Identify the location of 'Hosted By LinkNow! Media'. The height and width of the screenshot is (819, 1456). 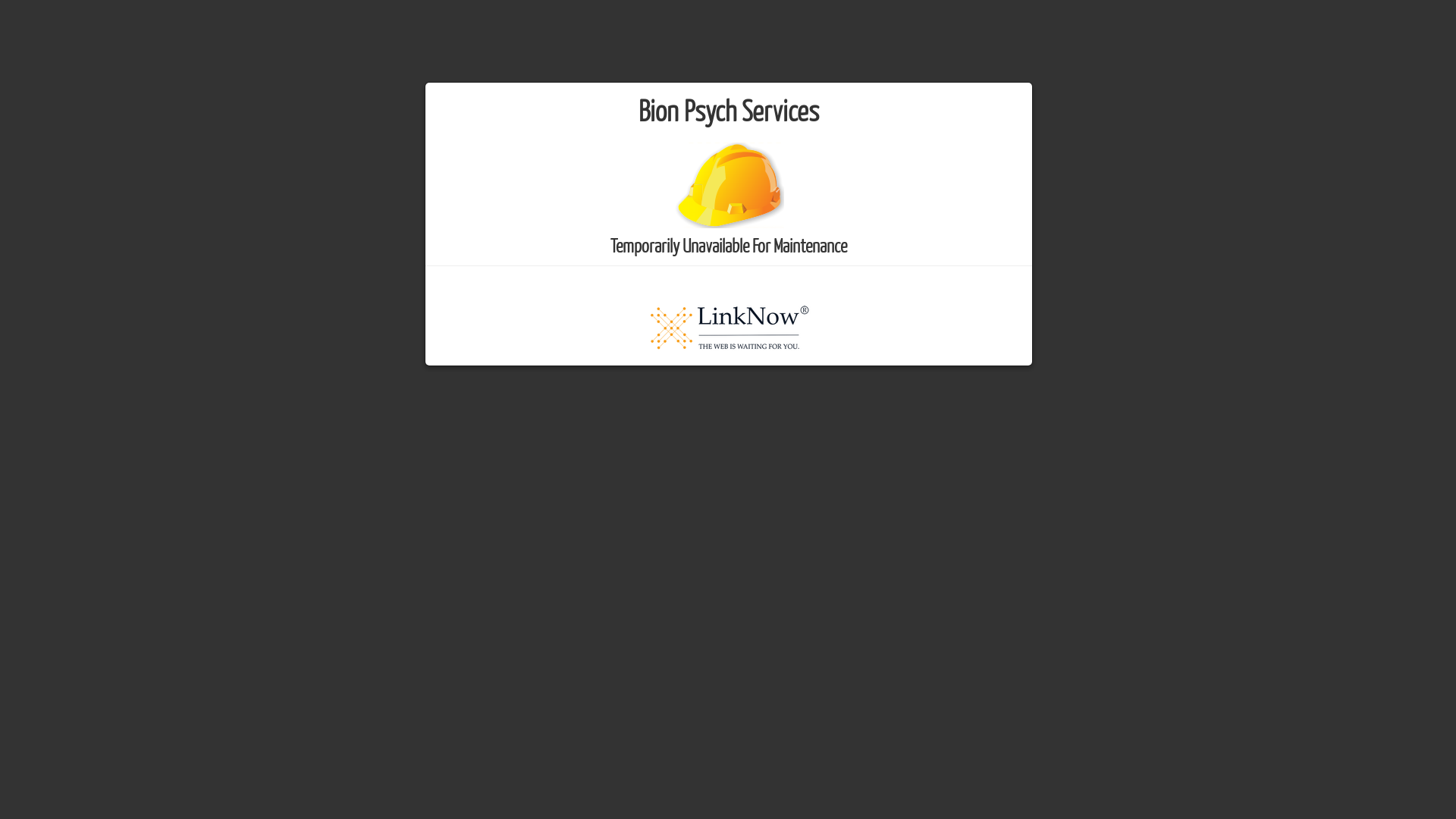
(728, 325).